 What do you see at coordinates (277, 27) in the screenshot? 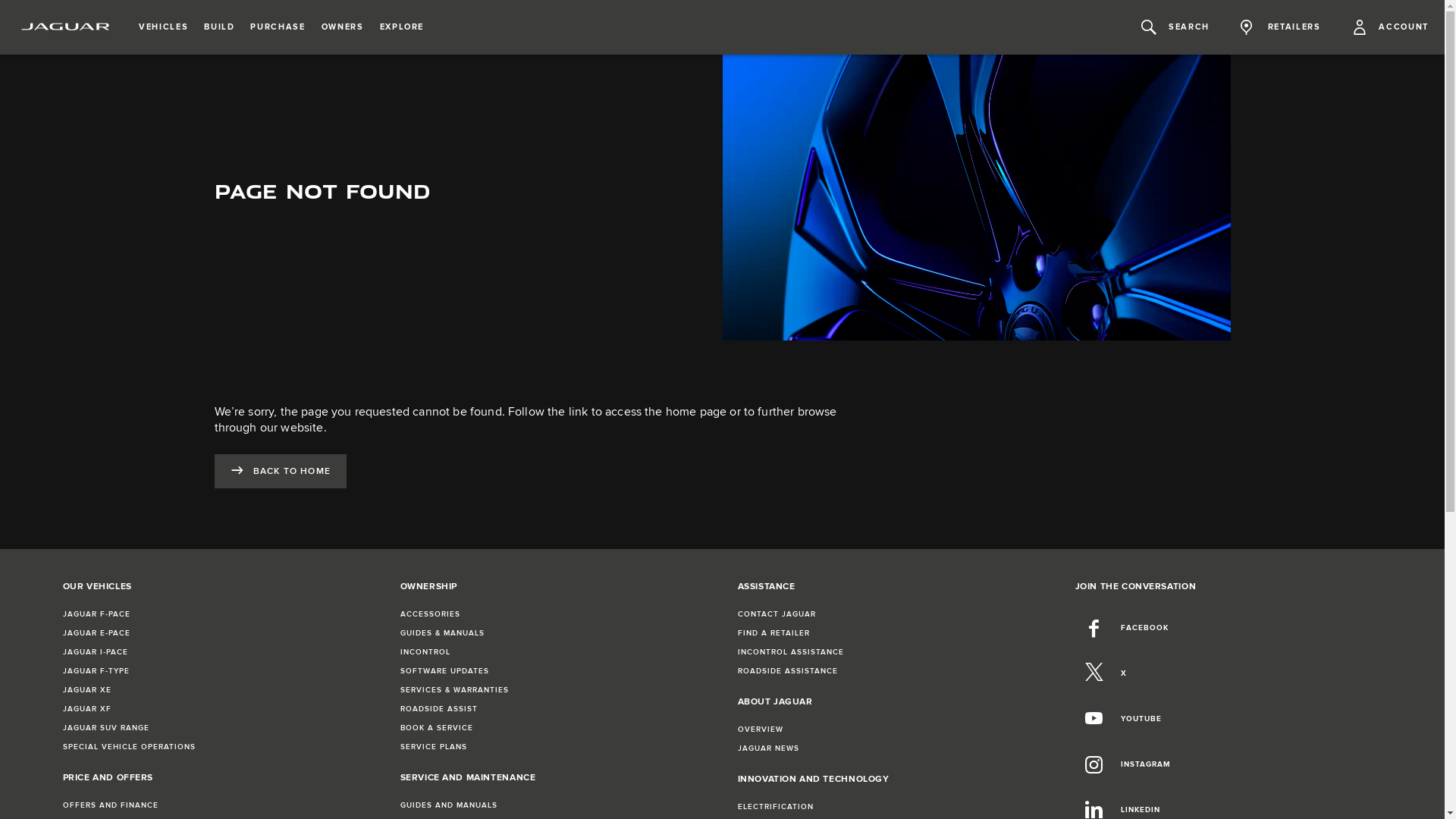
I see `'PURCHASE'` at bounding box center [277, 27].